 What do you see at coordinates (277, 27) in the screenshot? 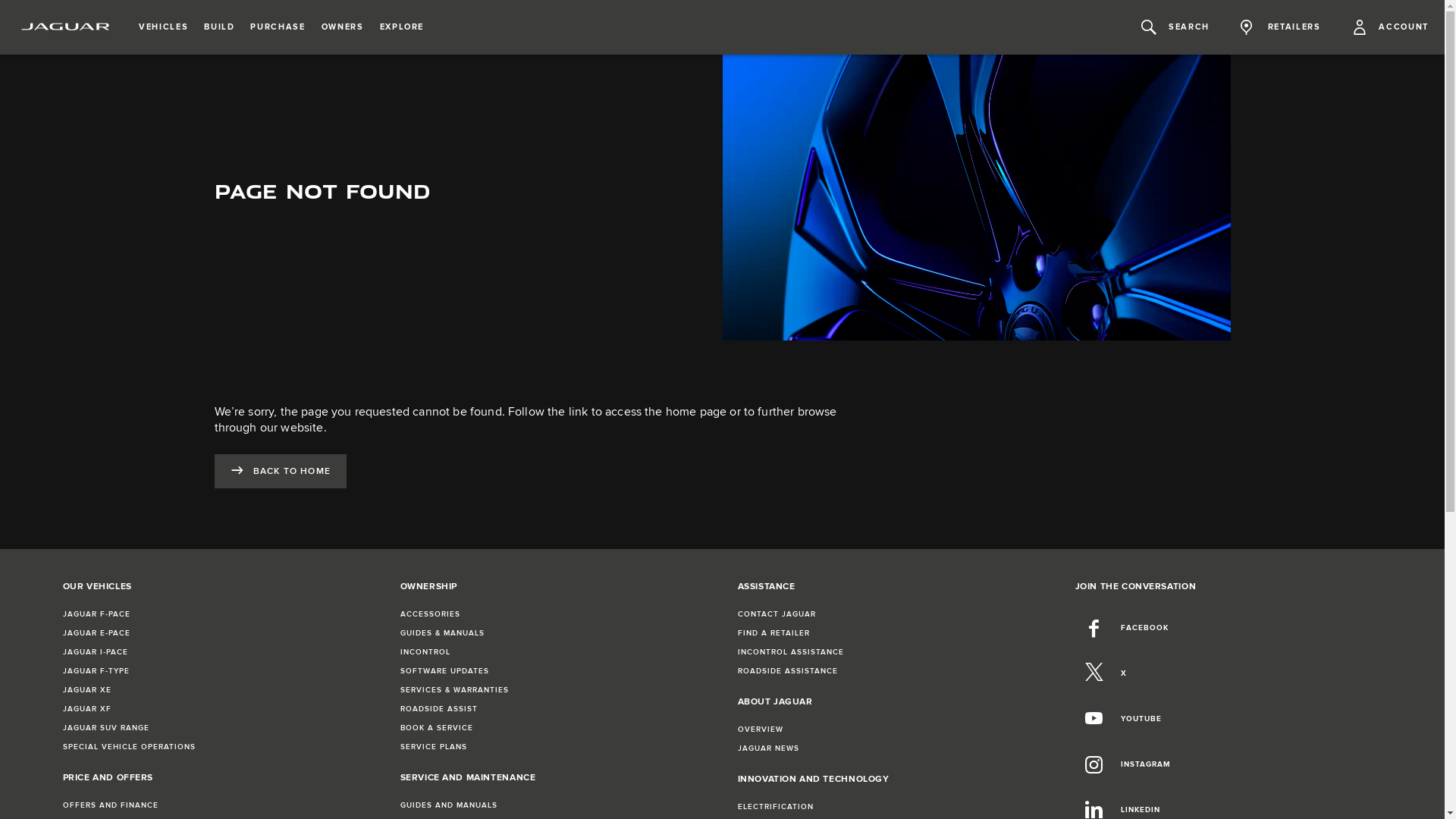
I see `'PURCHASE'` at bounding box center [277, 27].